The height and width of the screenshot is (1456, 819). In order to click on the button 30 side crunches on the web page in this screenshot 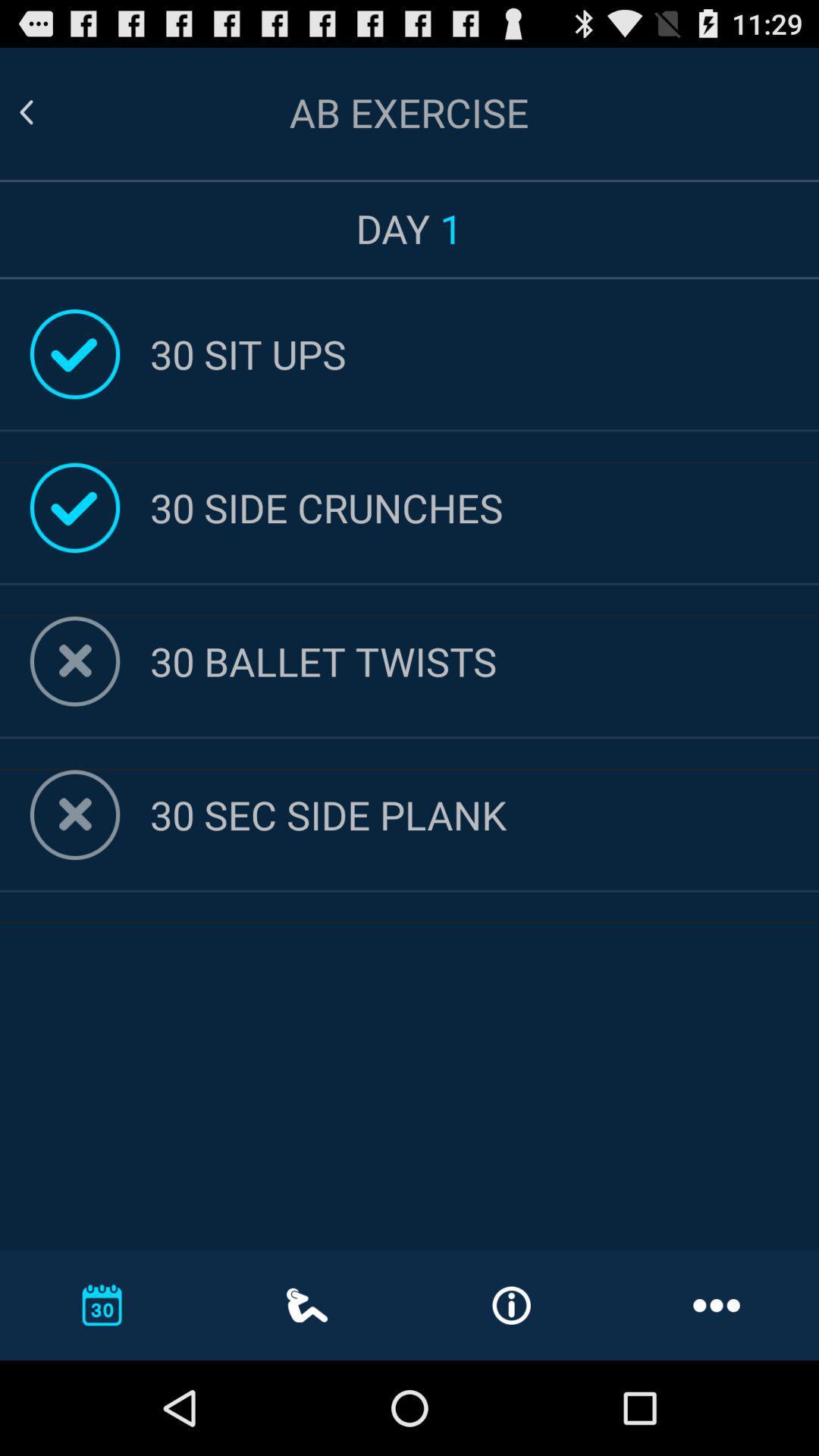, I will do `click(485, 507)`.